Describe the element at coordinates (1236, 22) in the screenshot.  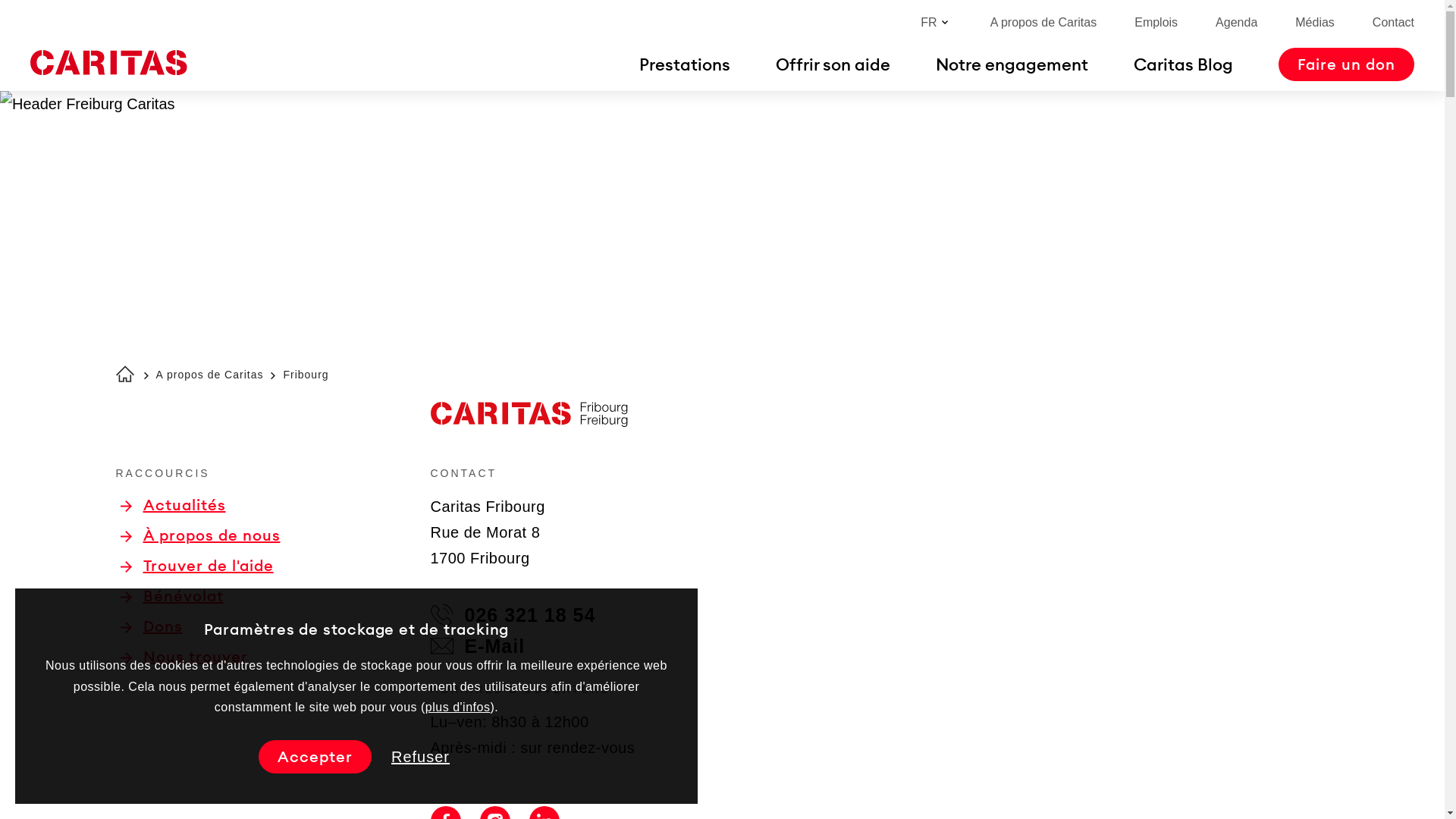
I see `'Agenda'` at that location.